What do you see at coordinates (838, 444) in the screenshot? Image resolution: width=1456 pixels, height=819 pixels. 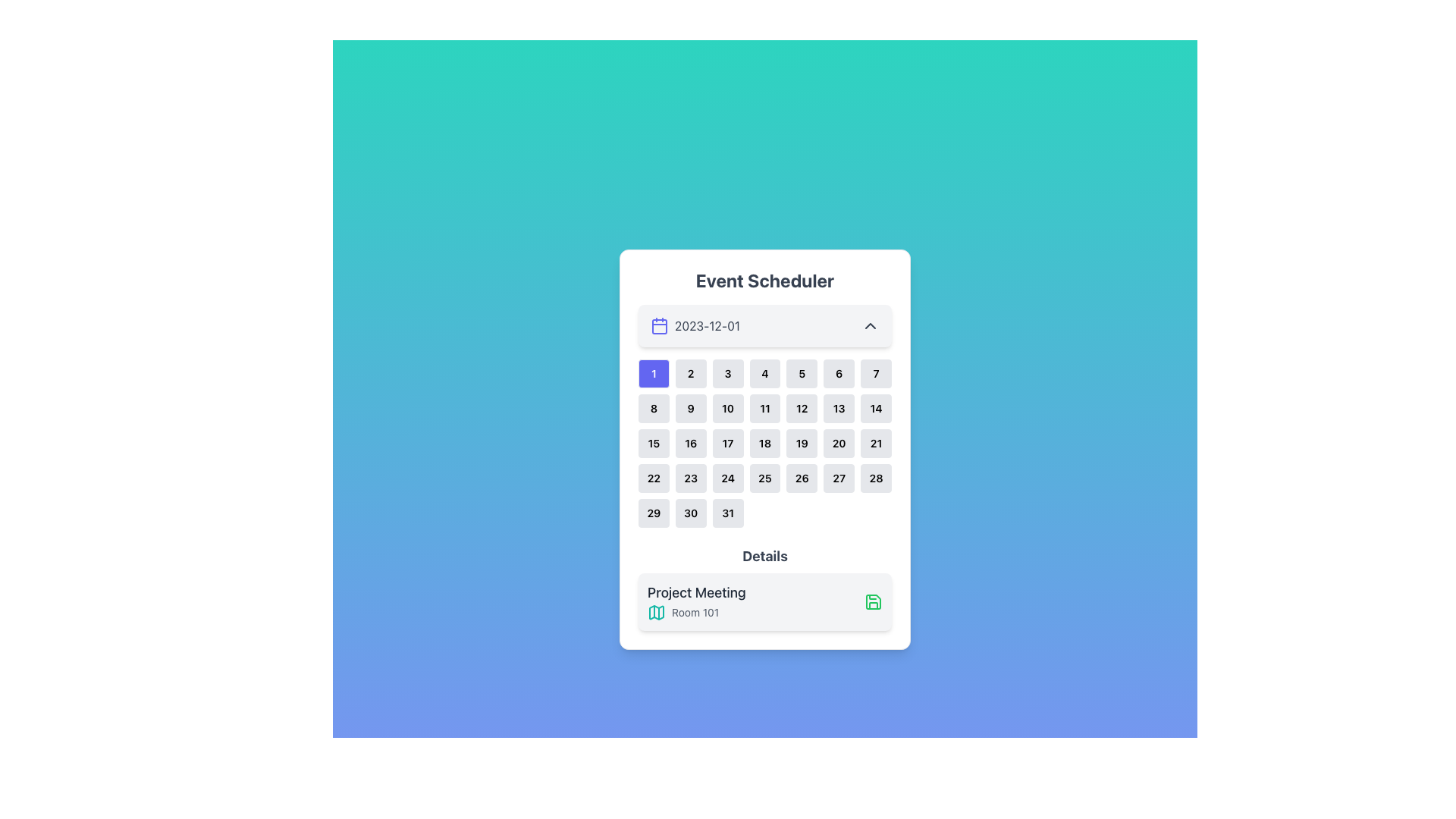 I see `the button representing the date '20' in the calendar view` at bounding box center [838, 444].